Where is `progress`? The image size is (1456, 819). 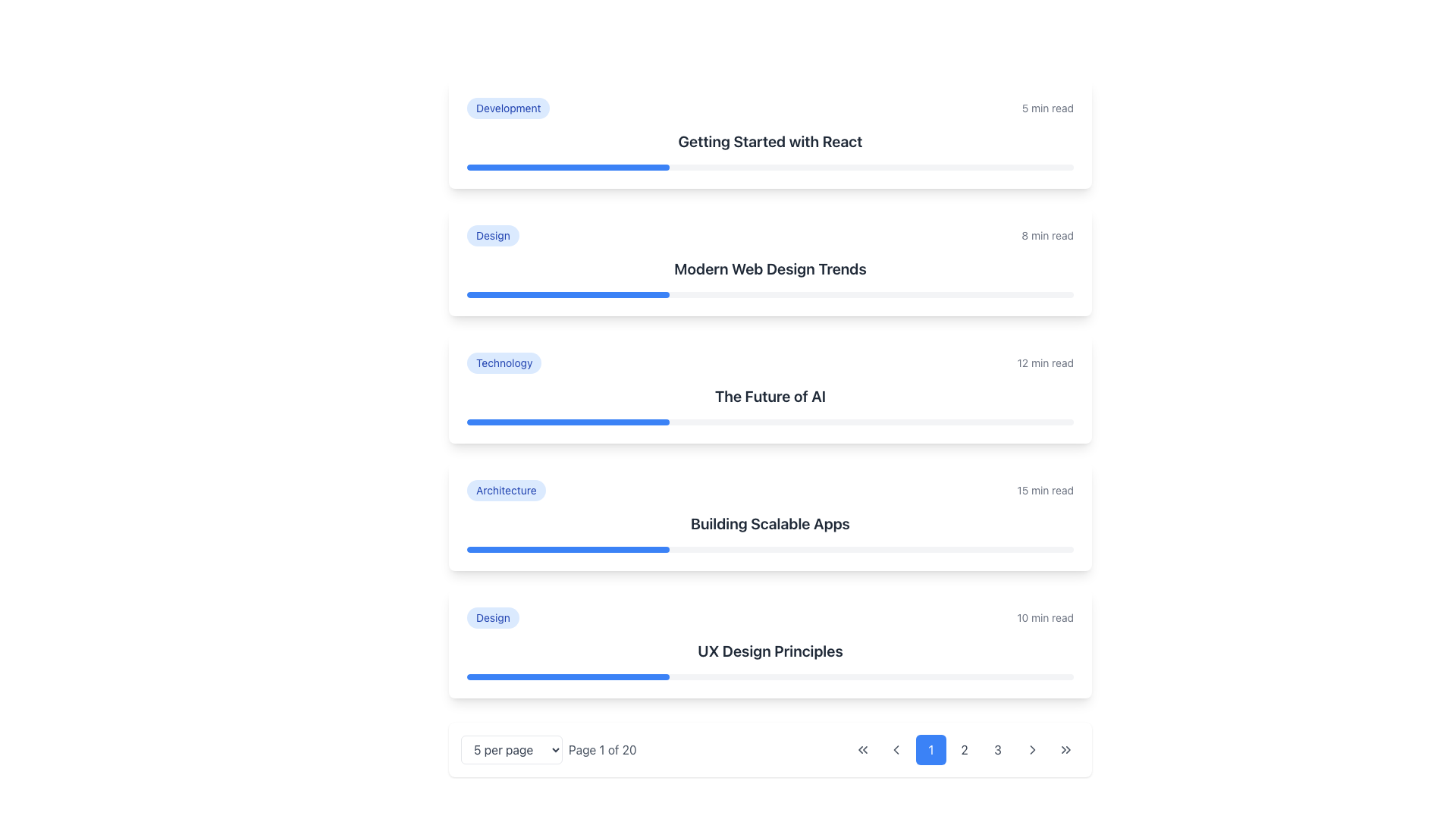
progress is located at coordinates (472, 295).